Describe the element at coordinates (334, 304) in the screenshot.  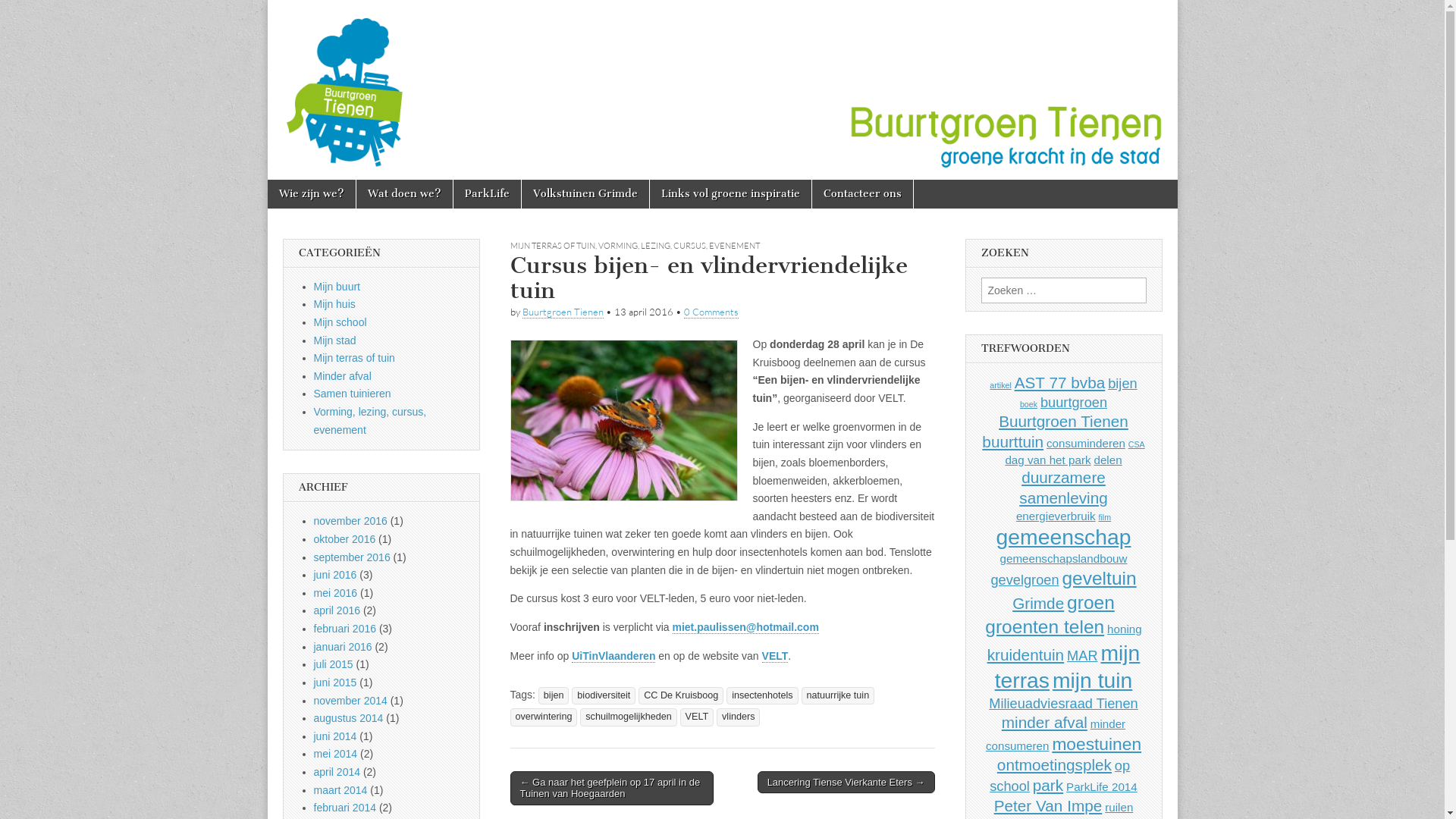
I see `'Mijn huis'` at that location.